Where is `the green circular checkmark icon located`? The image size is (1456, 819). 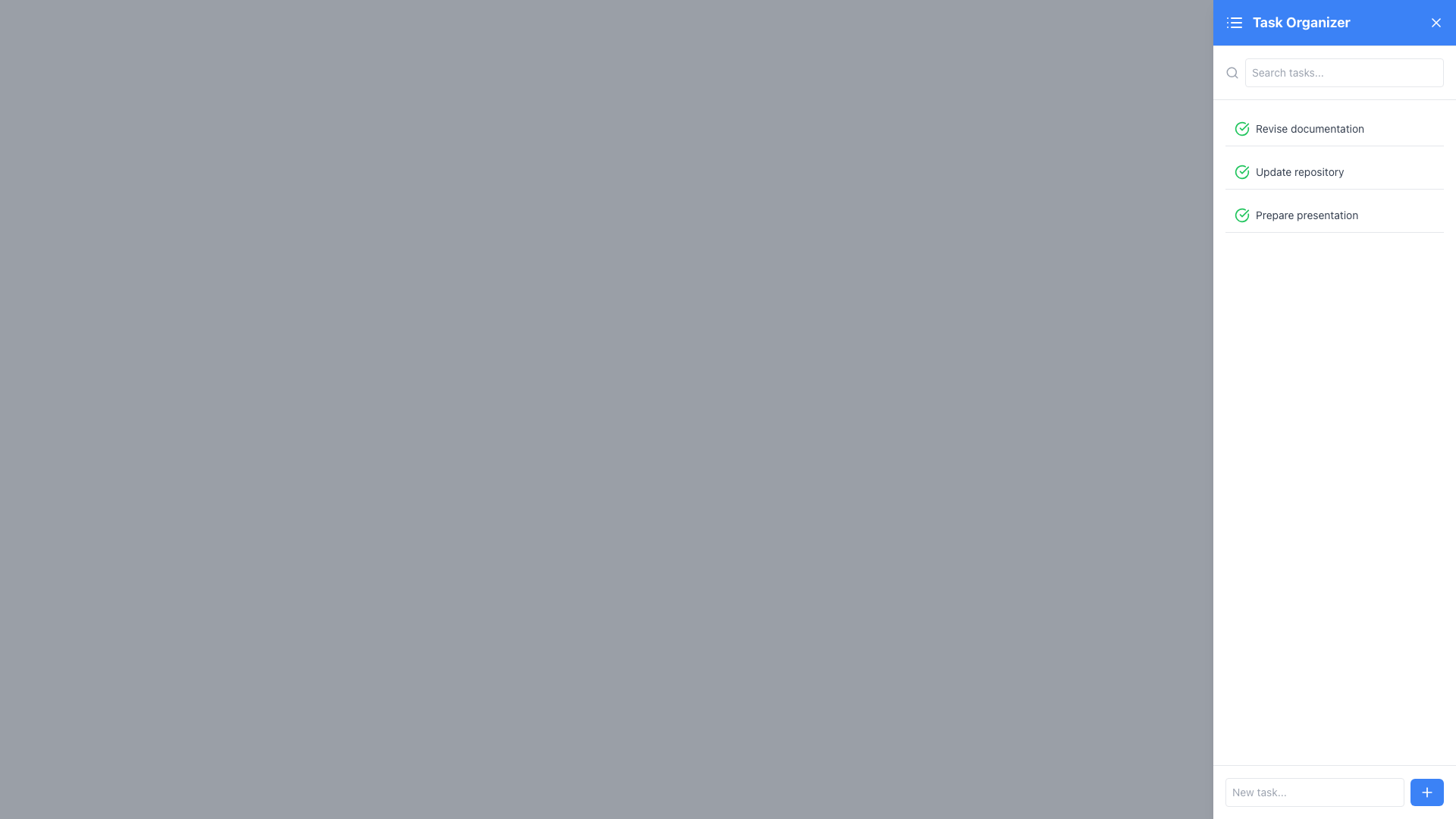 the green circular checkmark icon located is located at coordinates (1241, 127).